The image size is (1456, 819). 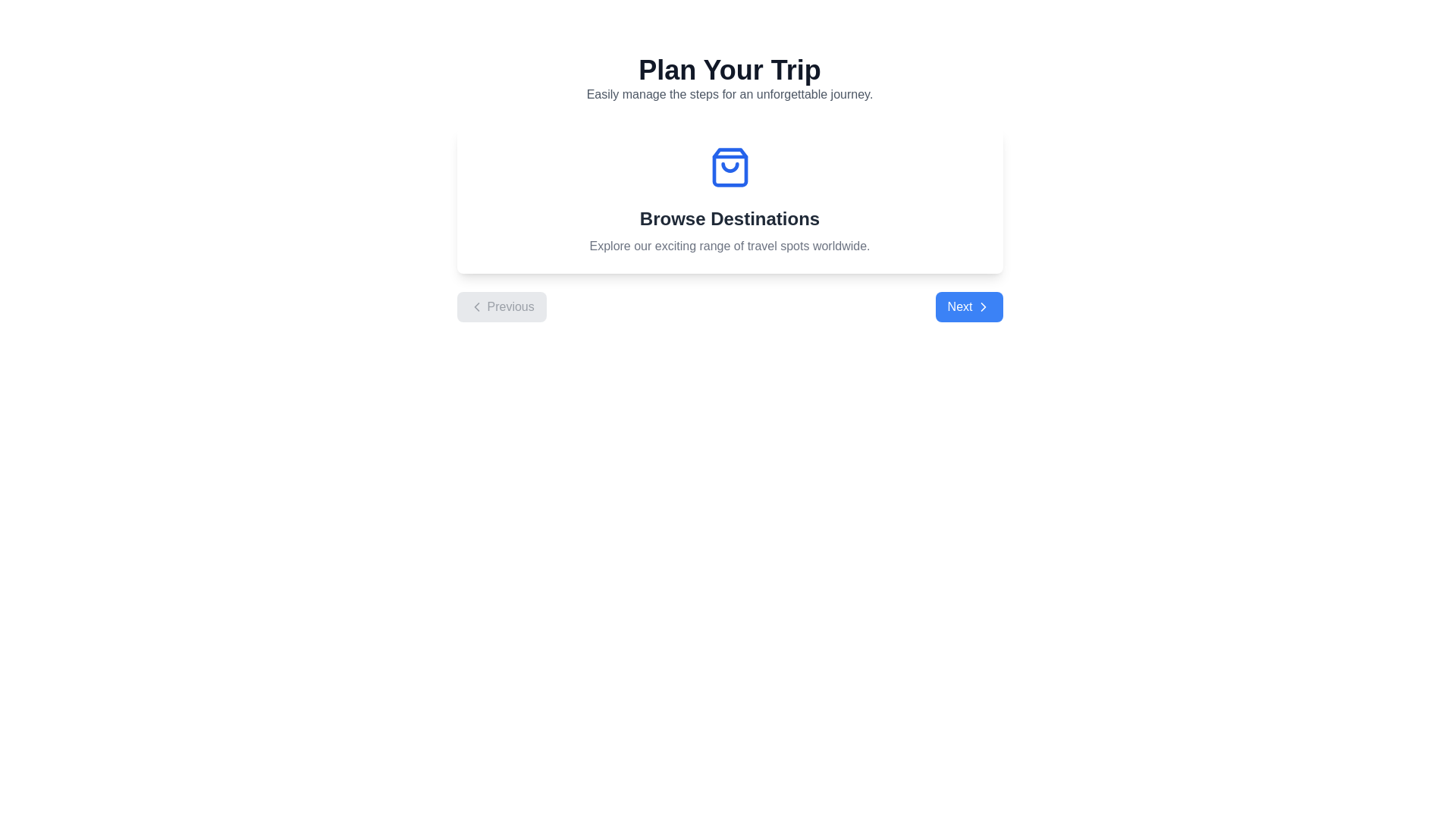 I want to click on the 'Previous' icon to read the associated tooltip, so click(x=475, y=307).